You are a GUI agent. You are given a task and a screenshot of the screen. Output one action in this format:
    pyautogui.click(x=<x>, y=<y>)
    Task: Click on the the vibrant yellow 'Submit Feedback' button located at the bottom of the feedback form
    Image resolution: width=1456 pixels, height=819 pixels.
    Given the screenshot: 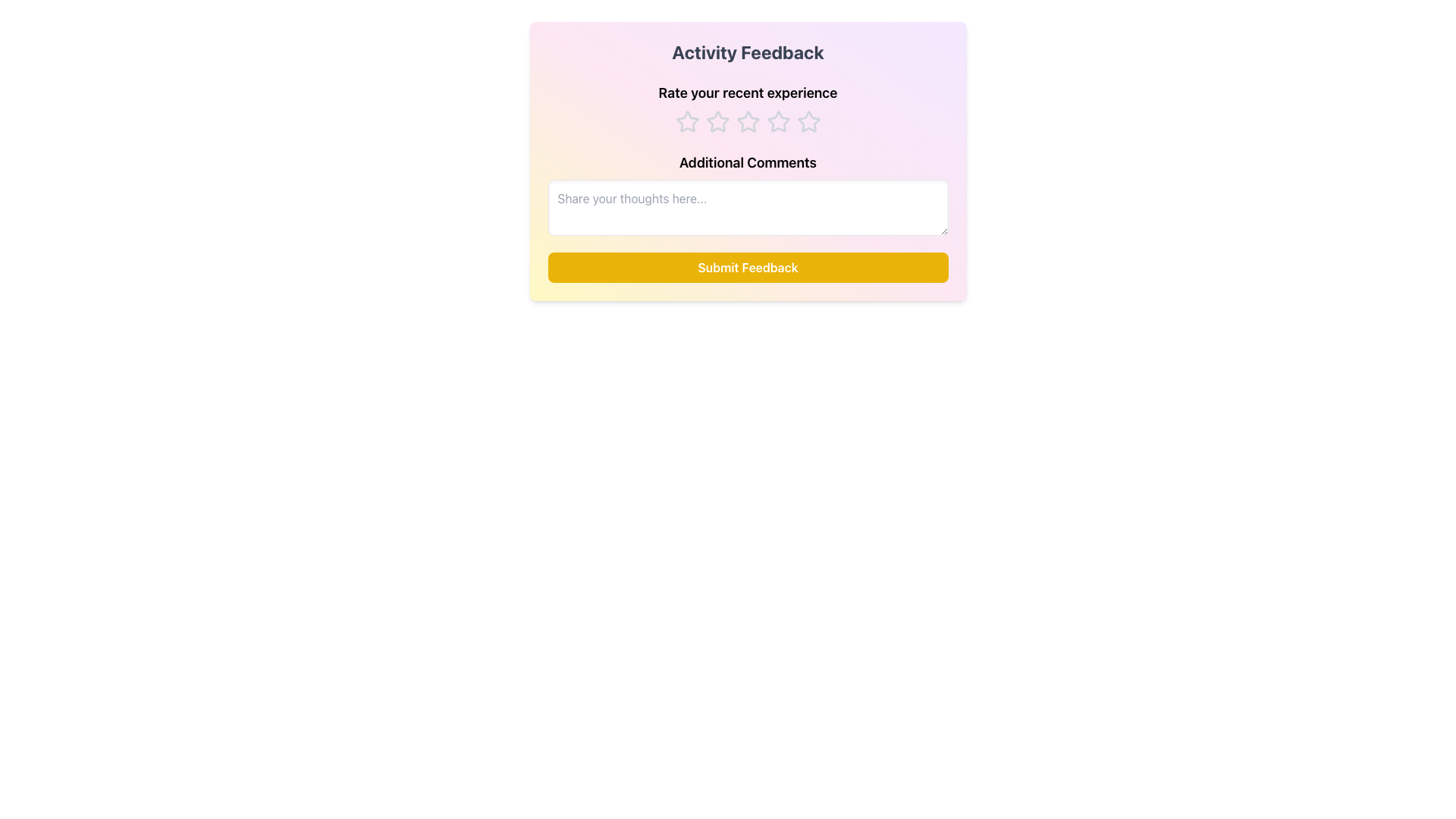 What is the action you would take?
    pyautogui.click(x=748, y=267)
    